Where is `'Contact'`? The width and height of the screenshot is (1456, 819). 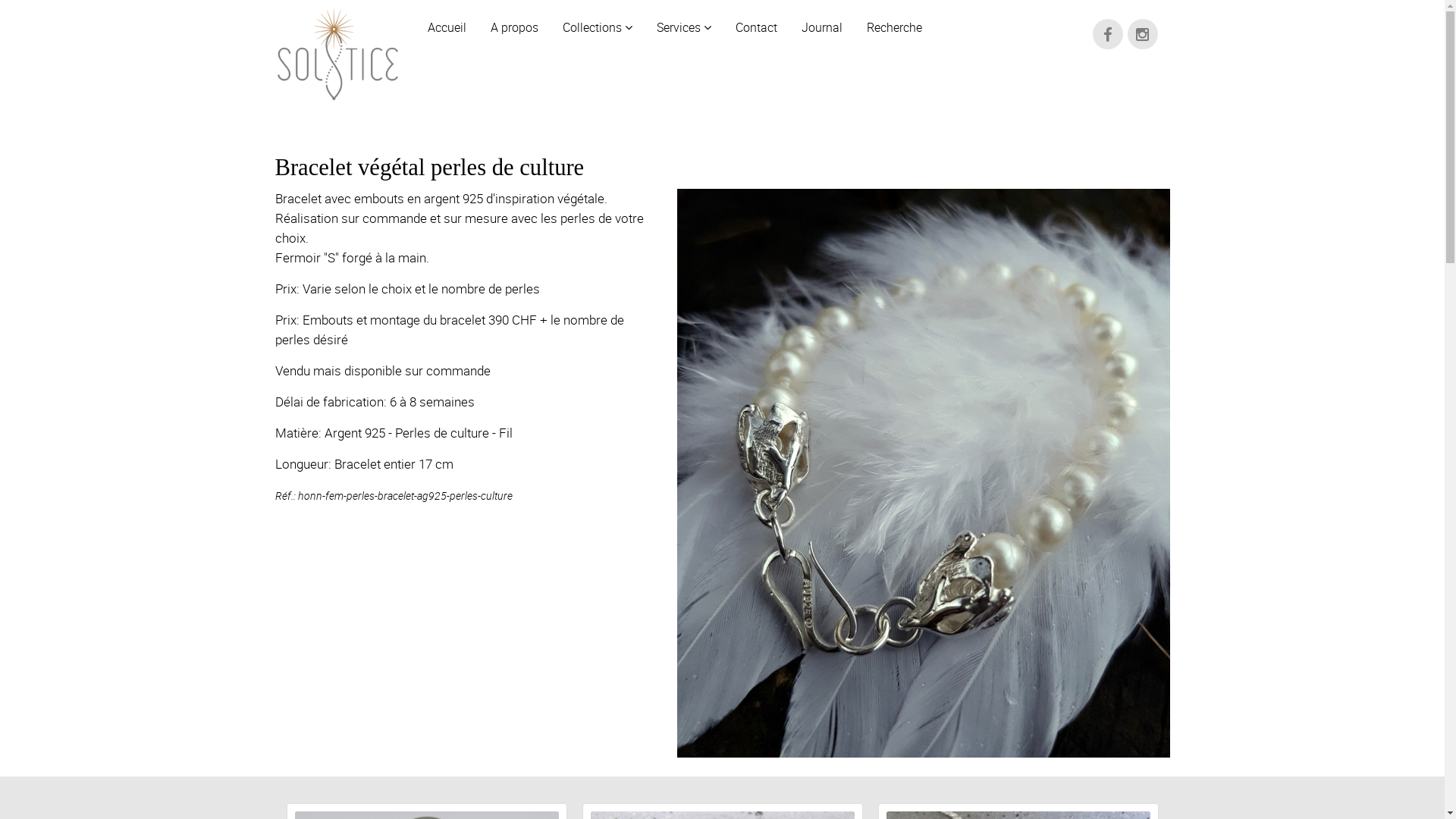
'Contact' is located at coordinates (756, 21).